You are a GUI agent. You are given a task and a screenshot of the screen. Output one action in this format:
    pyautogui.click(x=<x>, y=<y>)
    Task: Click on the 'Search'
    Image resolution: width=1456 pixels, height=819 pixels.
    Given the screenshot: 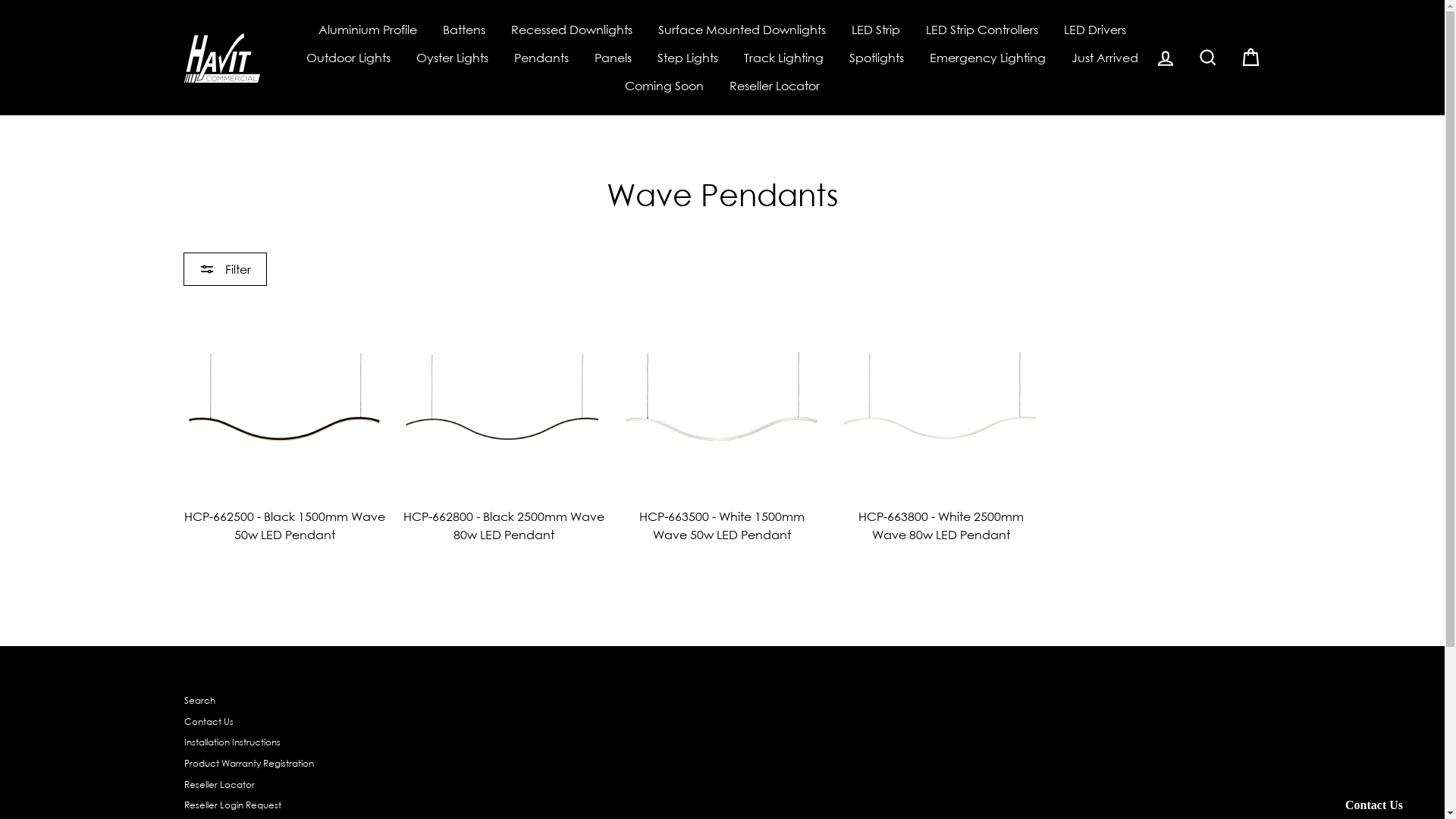 What is the action you would take?
    pyautogui.click(x=198, y=701)
    